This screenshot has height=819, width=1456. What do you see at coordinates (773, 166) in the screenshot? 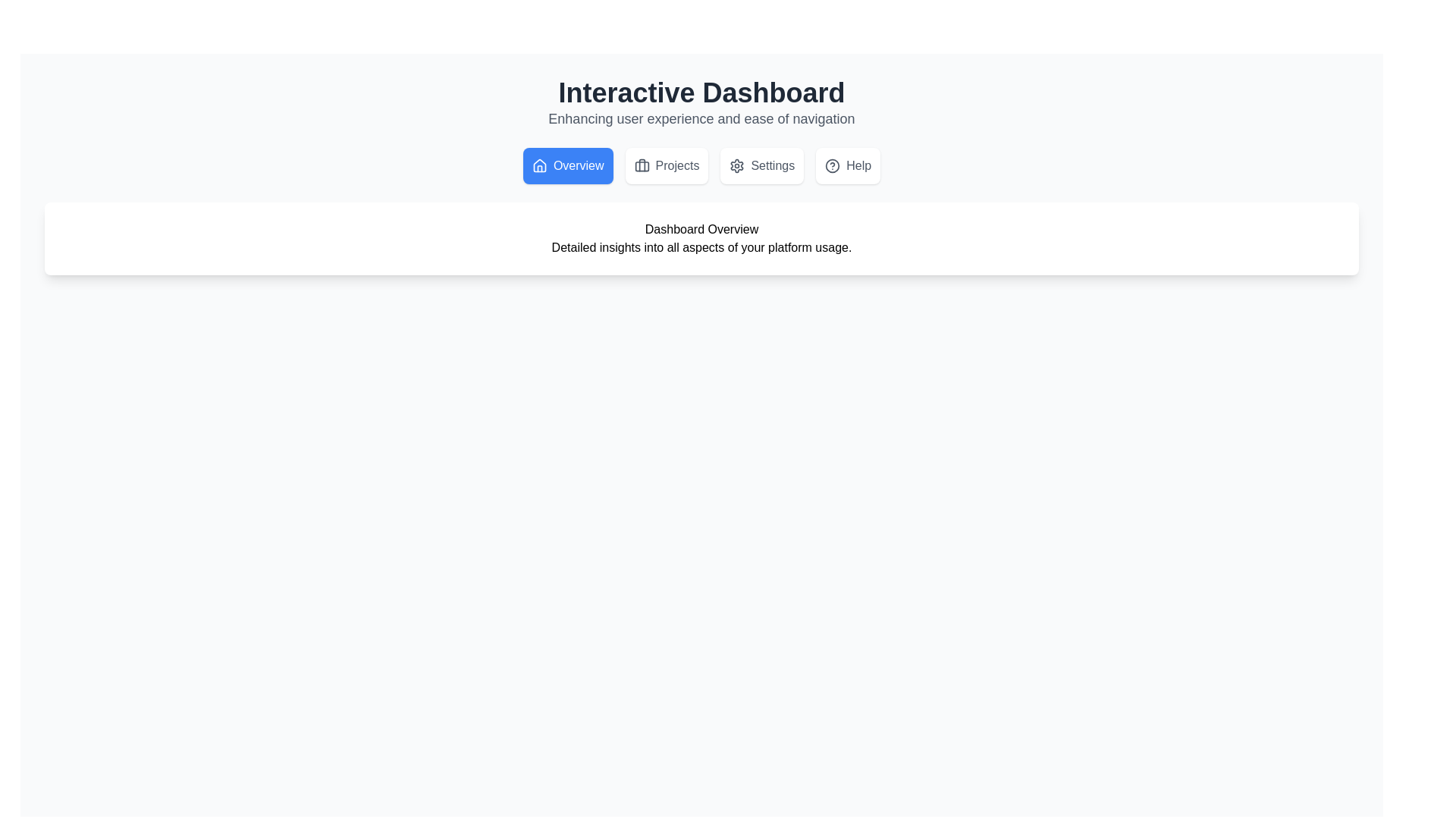
I see `the 'Settings' text label, which is the fourth item in the navigation bar next to the settings icon` at bounding box center [773, 166].